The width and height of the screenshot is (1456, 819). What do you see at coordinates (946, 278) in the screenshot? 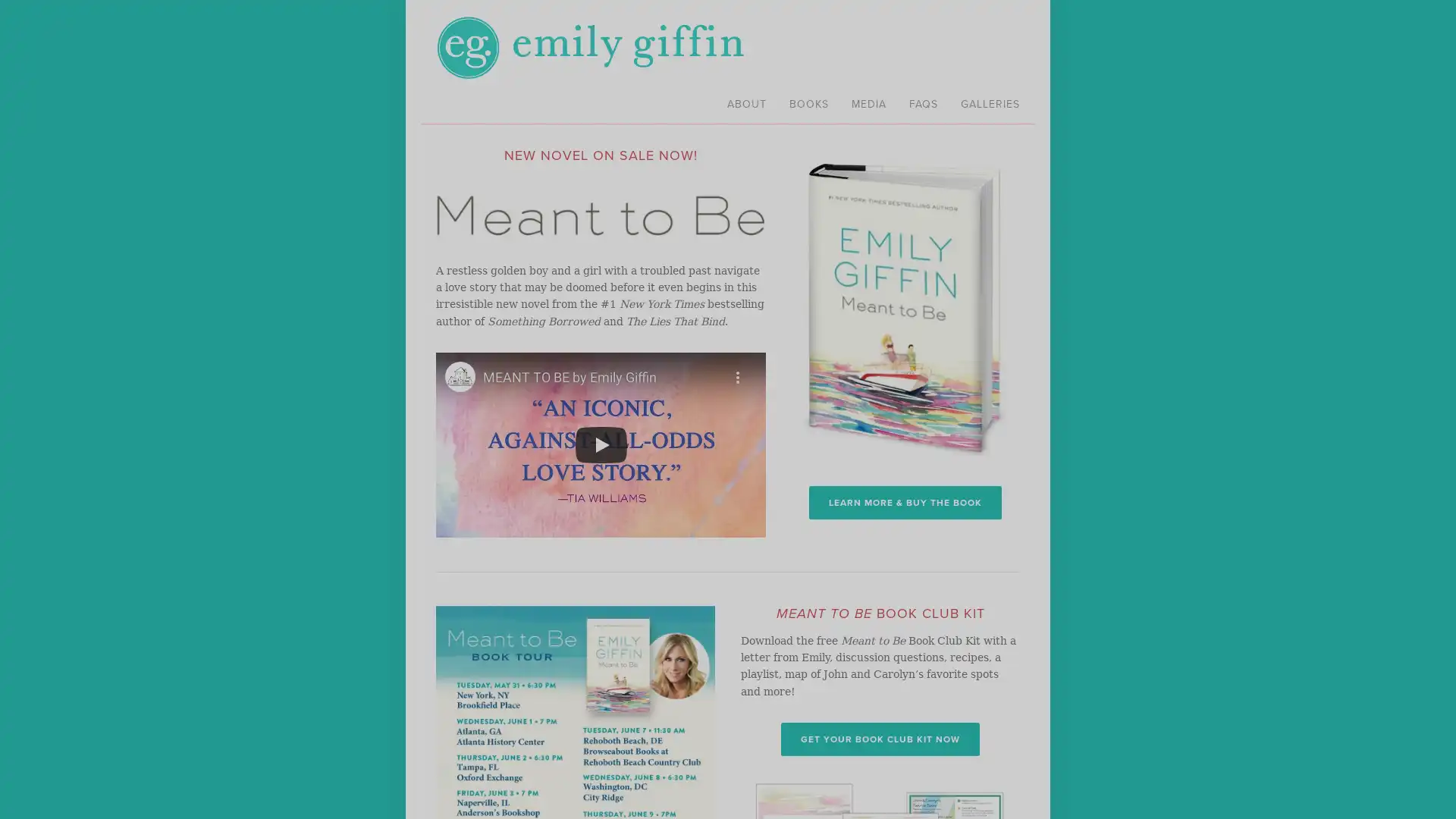
I see `Close` at bounding box center [946, 278].